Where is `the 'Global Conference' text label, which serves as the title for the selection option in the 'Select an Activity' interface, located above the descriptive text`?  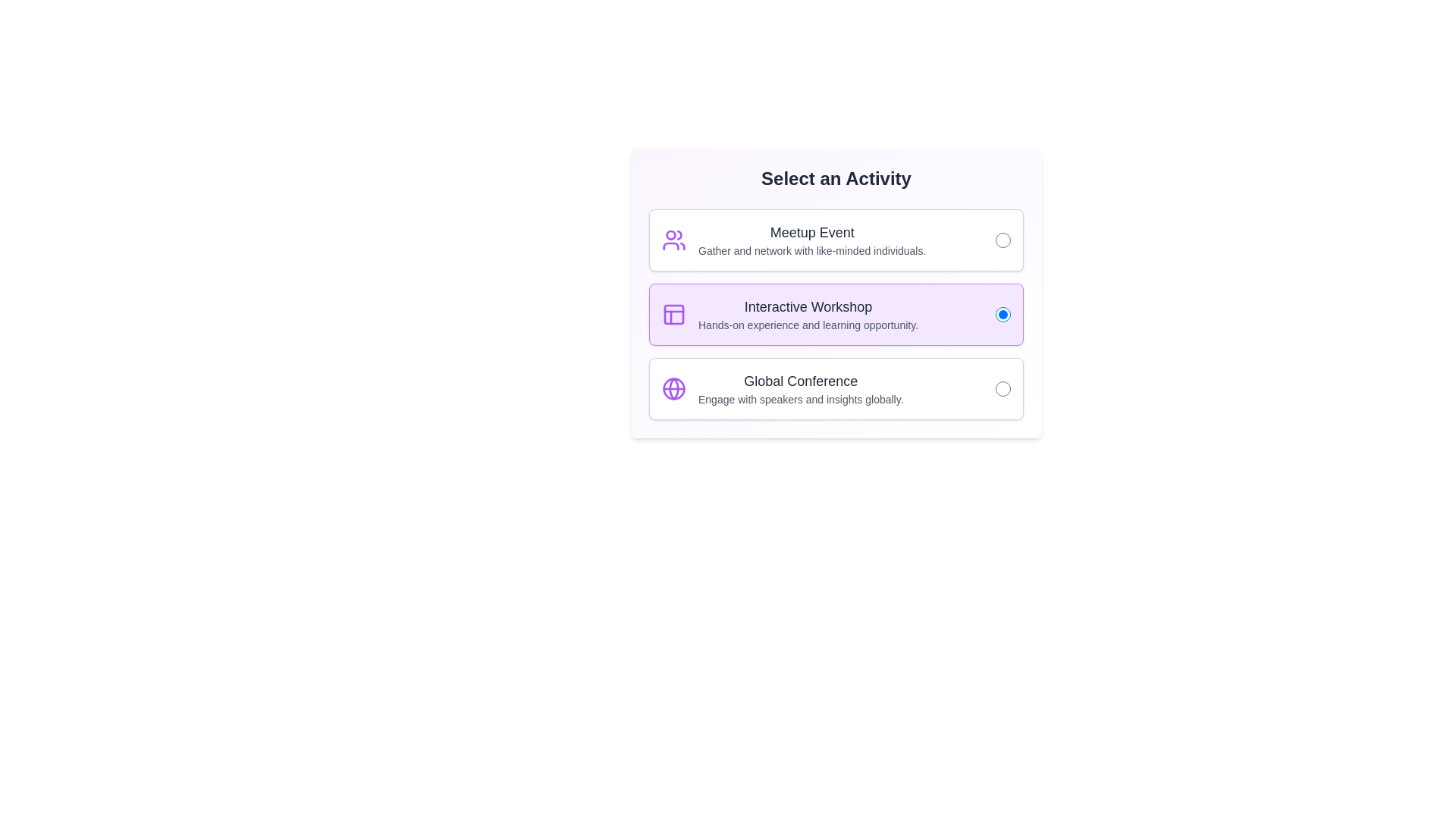
the 'Global Conference' text label, which serves as the title for the selection option in the 'Select an Activity' interface, located above the descriptive text is located at coordinates (800, 380).